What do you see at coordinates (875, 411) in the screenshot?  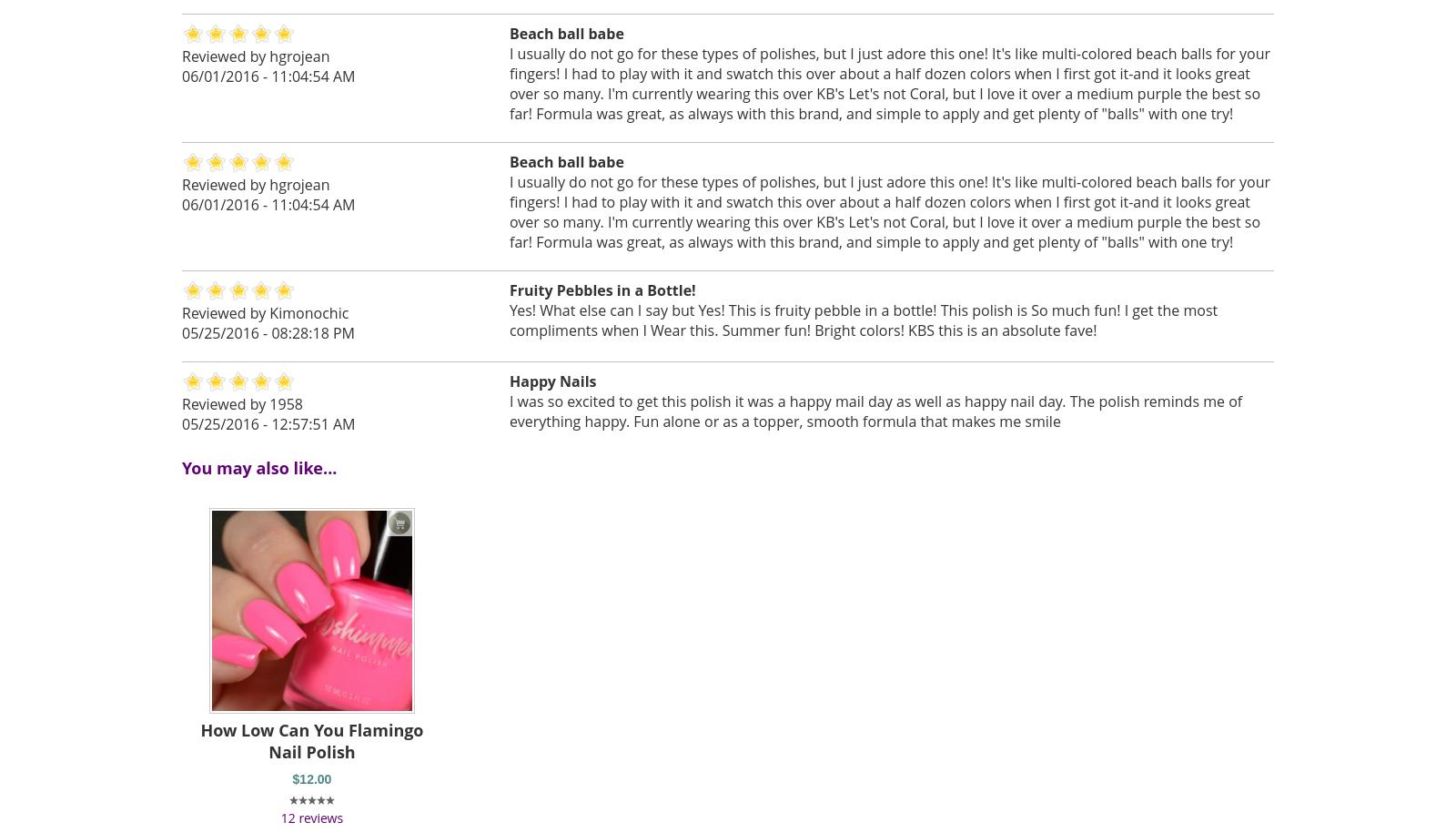 I see `'I was so excited to get this polish it was a happy mail day as well as happy nail day. The polish reminds me of everything happy. Fun alone or as a topper, smooth formula that makes me smile'` at bounding box center [875, 411].